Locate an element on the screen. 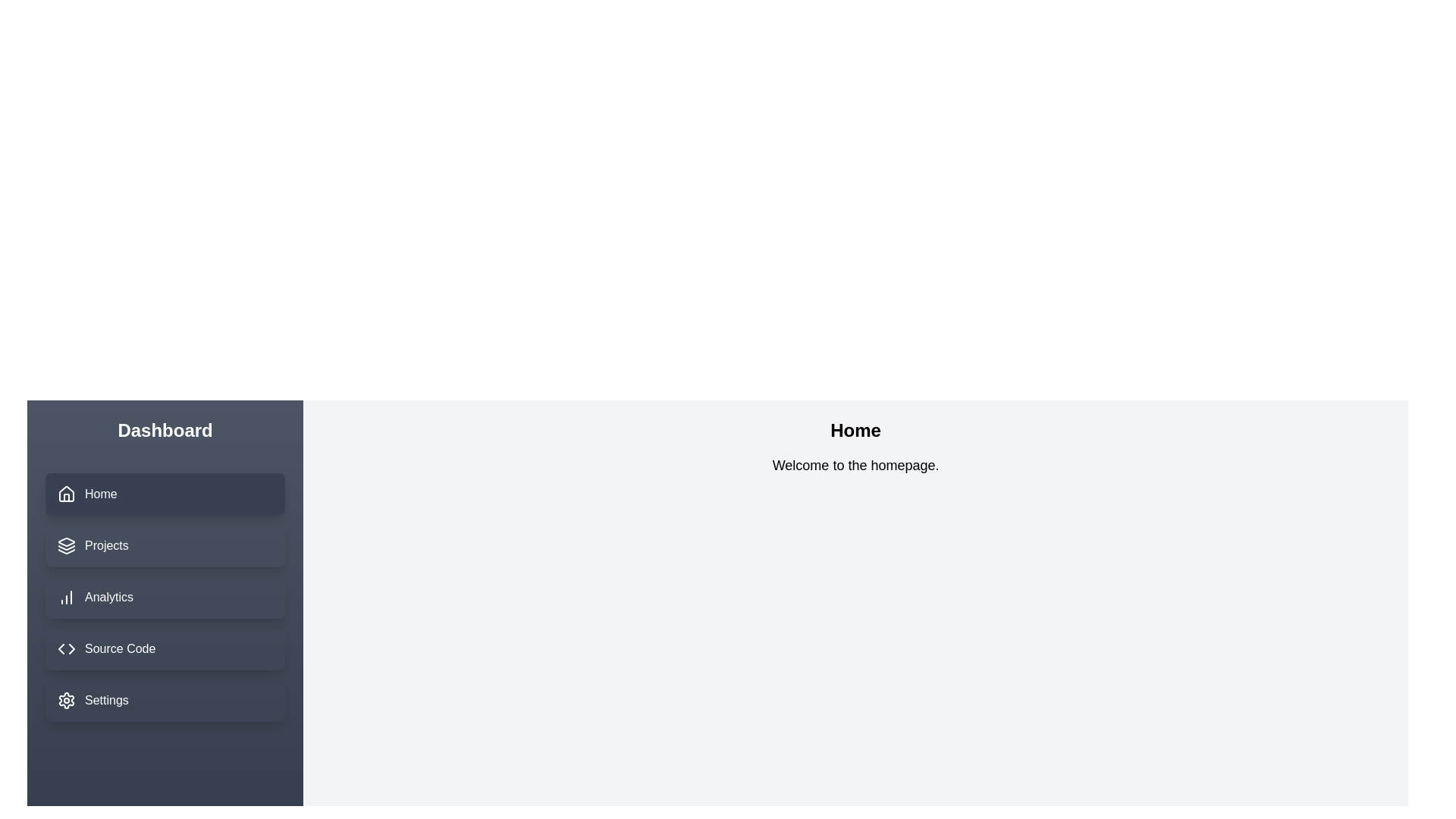 Image resolution: width=1456 pixels, height=819 pixels. the 'Analytics' button is located at coordinates (165, 596).